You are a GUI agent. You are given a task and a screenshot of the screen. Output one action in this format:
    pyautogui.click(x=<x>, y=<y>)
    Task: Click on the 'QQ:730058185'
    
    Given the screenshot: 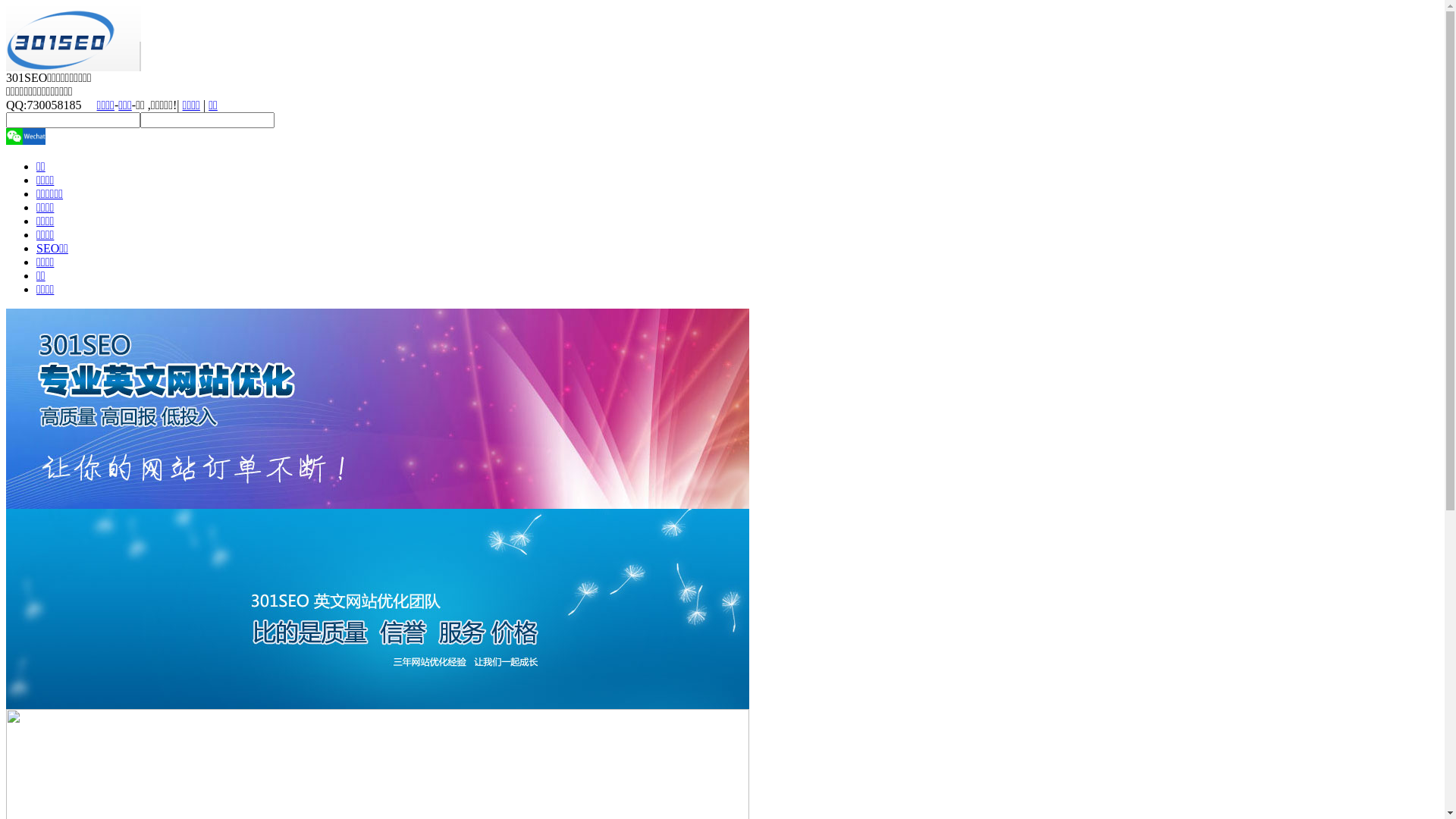 What is the action you would take?
    pyautogui.click(x=43, y=104)
    